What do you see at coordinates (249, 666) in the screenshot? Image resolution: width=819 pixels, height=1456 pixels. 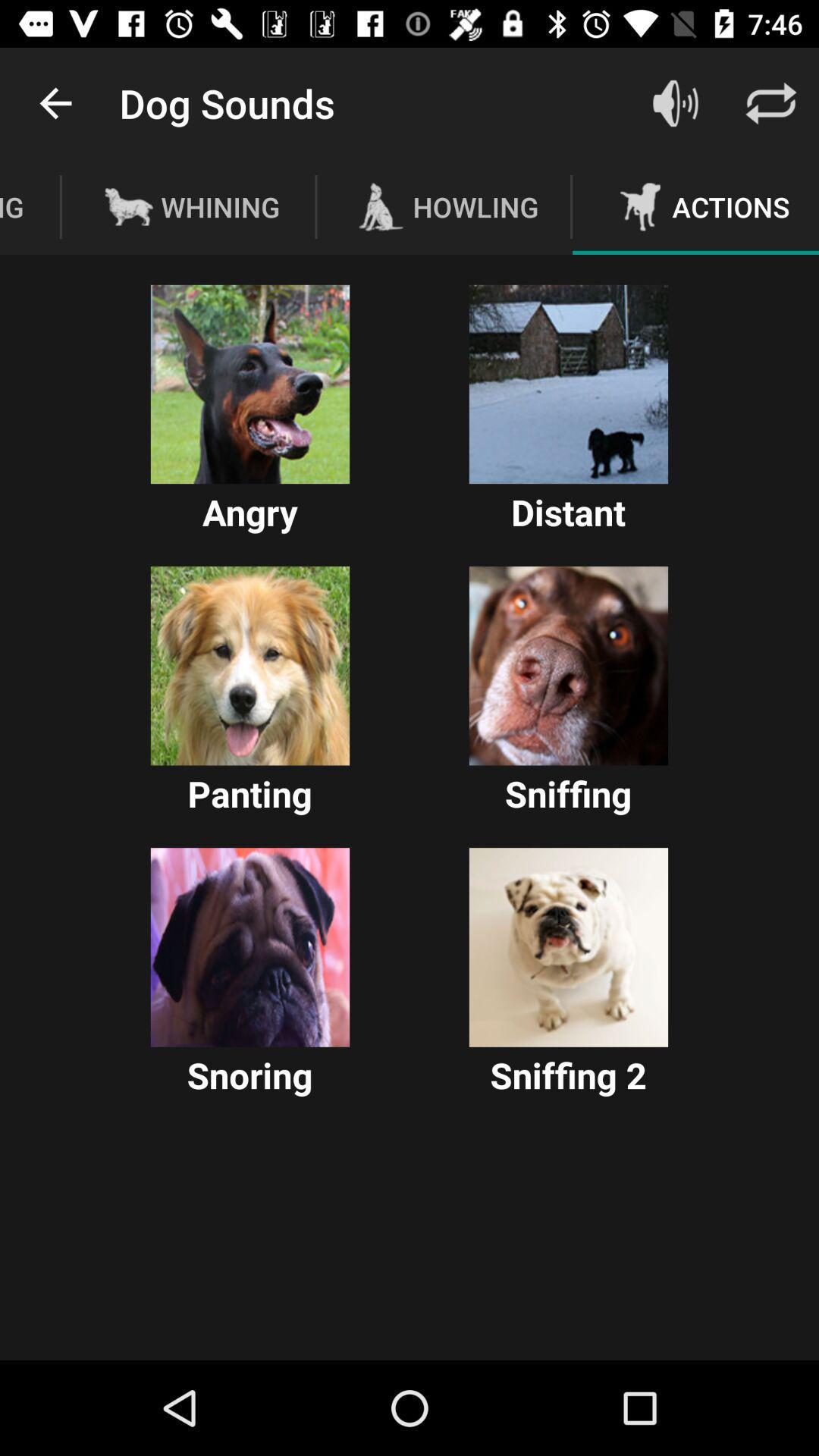 I see `panting dog sound` at bounding box center [249, 666].